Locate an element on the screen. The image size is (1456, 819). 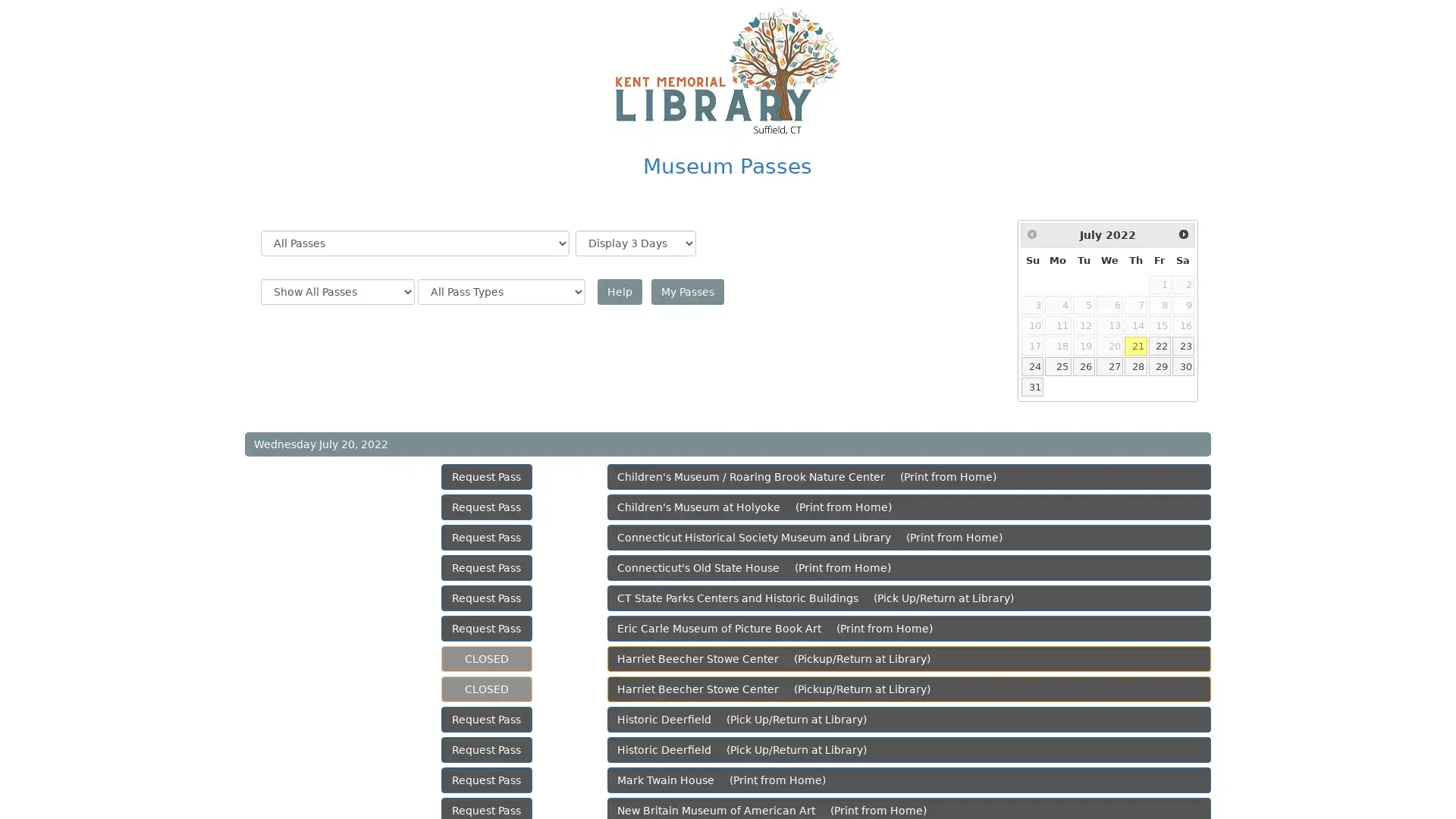
Request Pass is located at coordinates (486, 567).